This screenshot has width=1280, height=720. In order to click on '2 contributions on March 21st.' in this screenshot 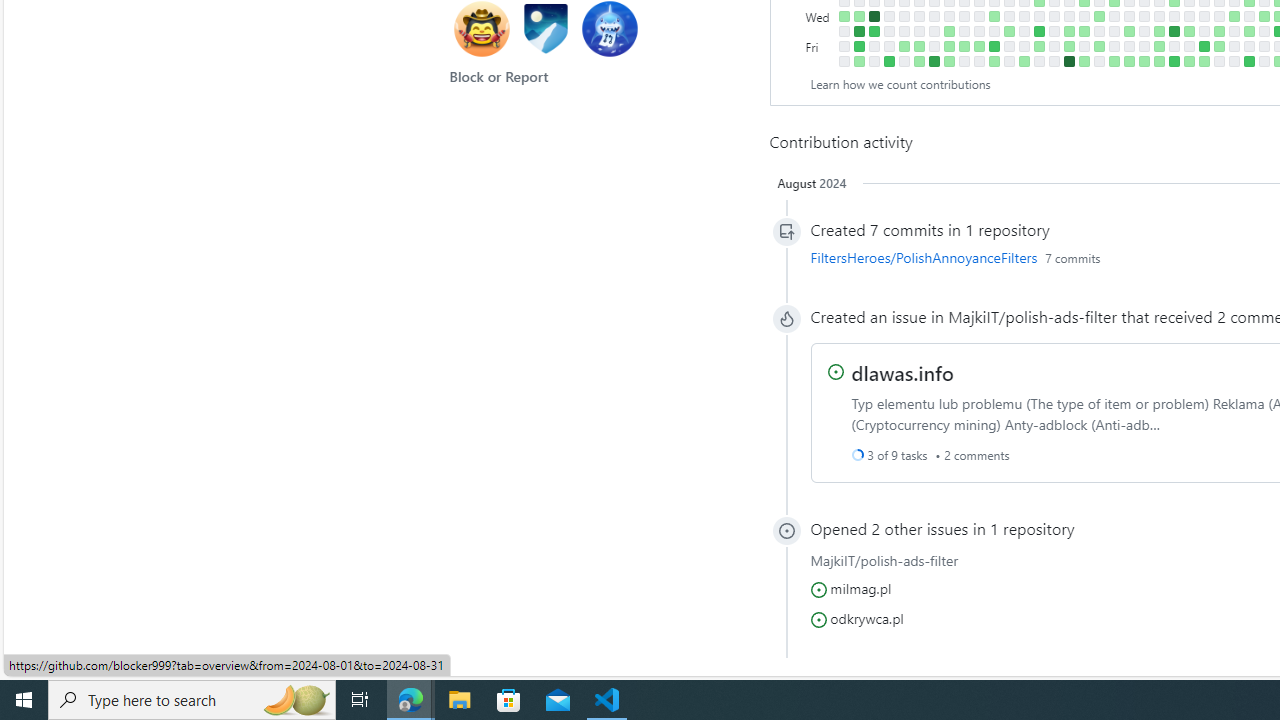, I will do `click(1009, 31)`.